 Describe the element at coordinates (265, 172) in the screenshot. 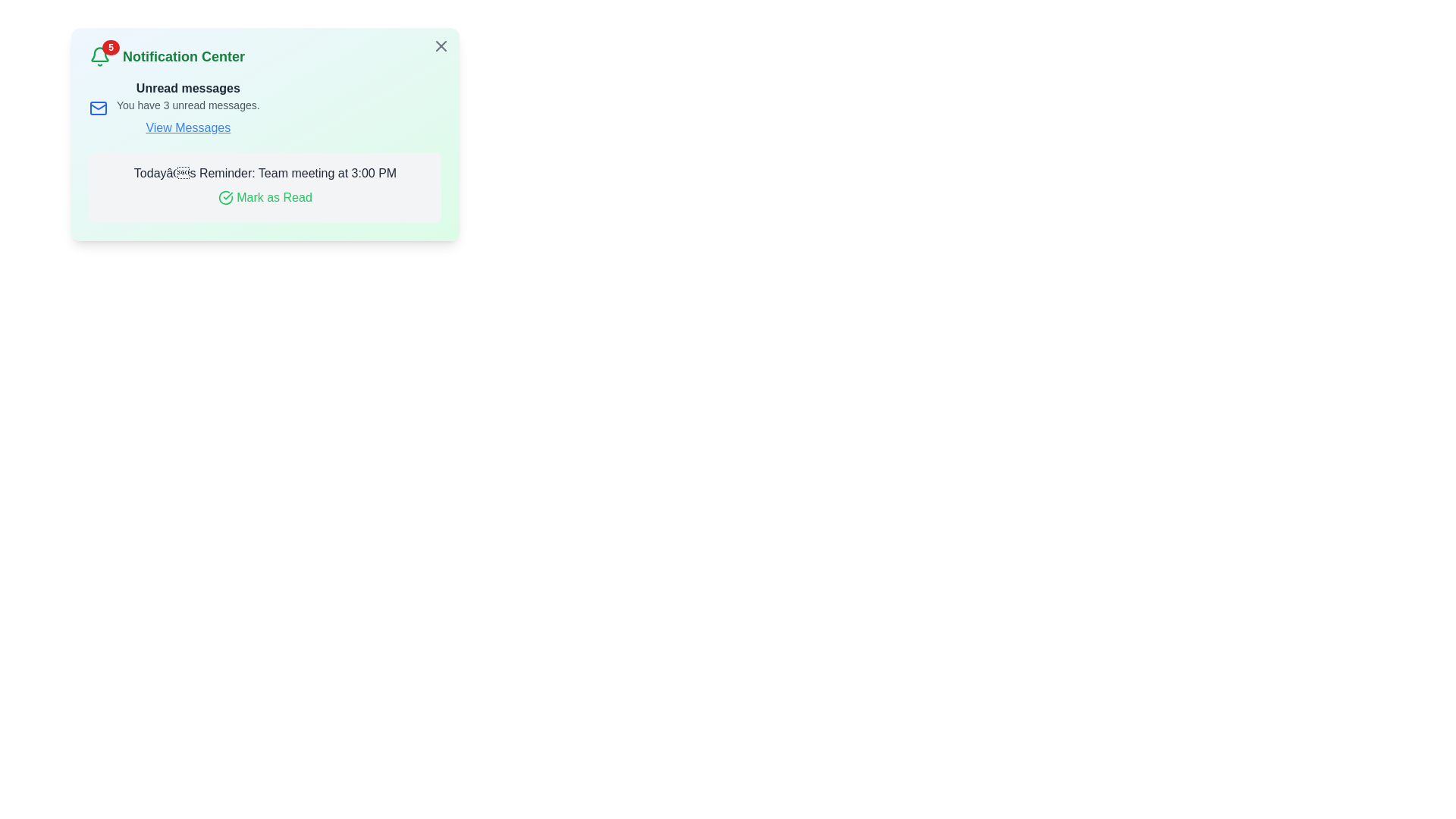

I see `the text display reading 'Today’s Reminder: Team meeting at 3:00 PM' which is located within a notification card, above the 'Mark as Read' link` at that location.